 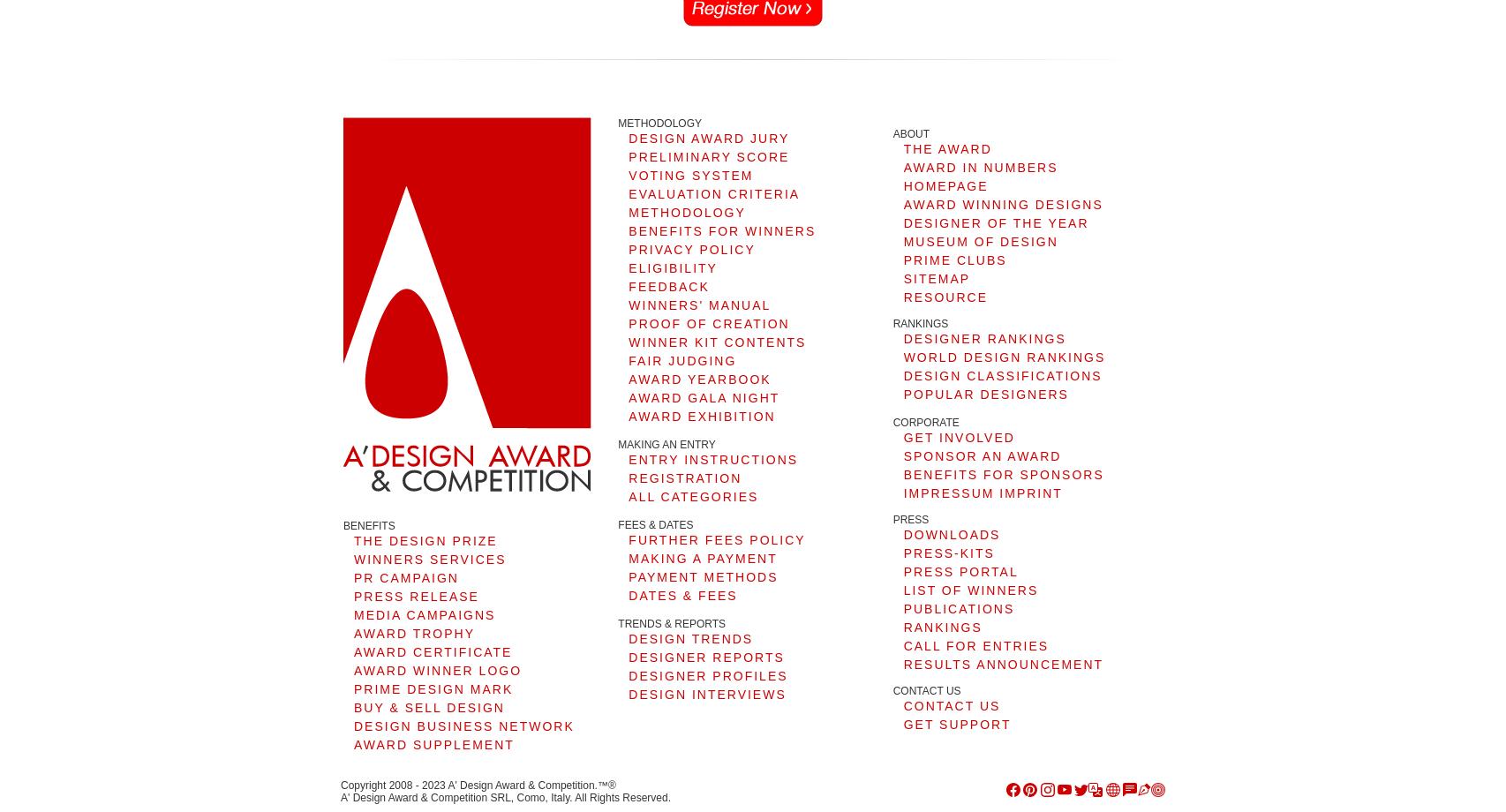 What do you see at coordinates (432, 688) in the screenshot?
I see `'PRIME DESIGN MARK'` at bounding box center [432, 688].